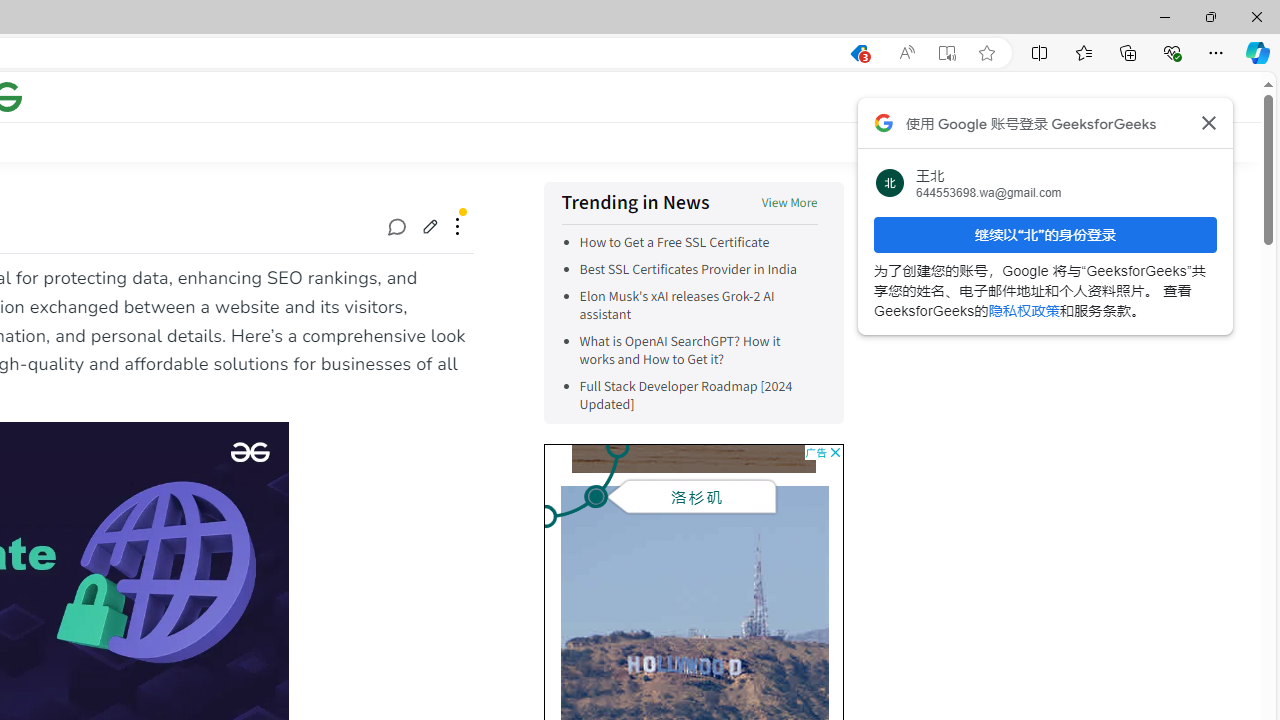 The width and height of the screenshot is (1280, 720). Describe the element at coordinates (698, 306) in the screenshot. I see `'Elon Musk'` at that location.